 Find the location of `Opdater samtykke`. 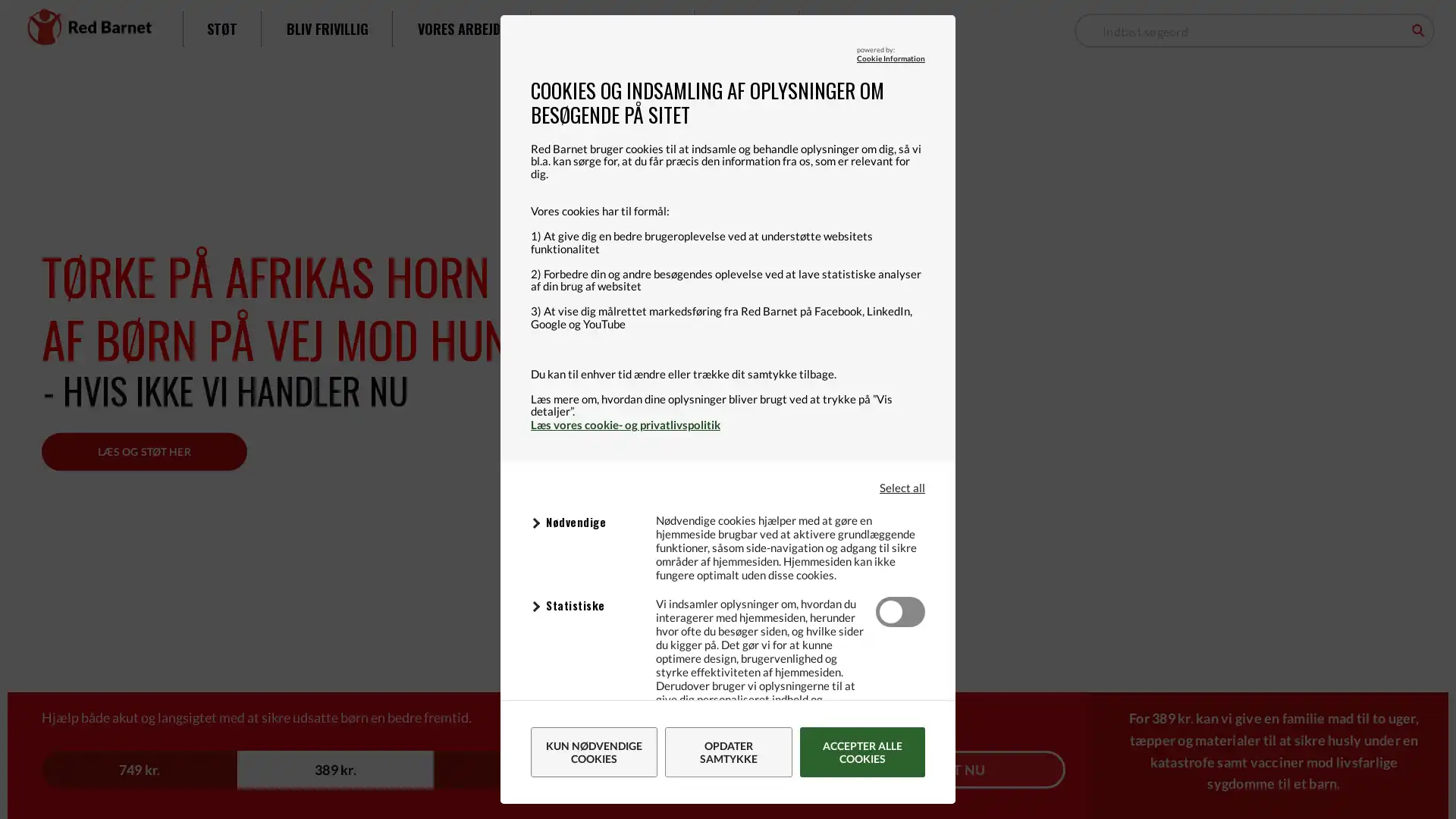

Opdater samtykke is located at coordinates (728, 752).